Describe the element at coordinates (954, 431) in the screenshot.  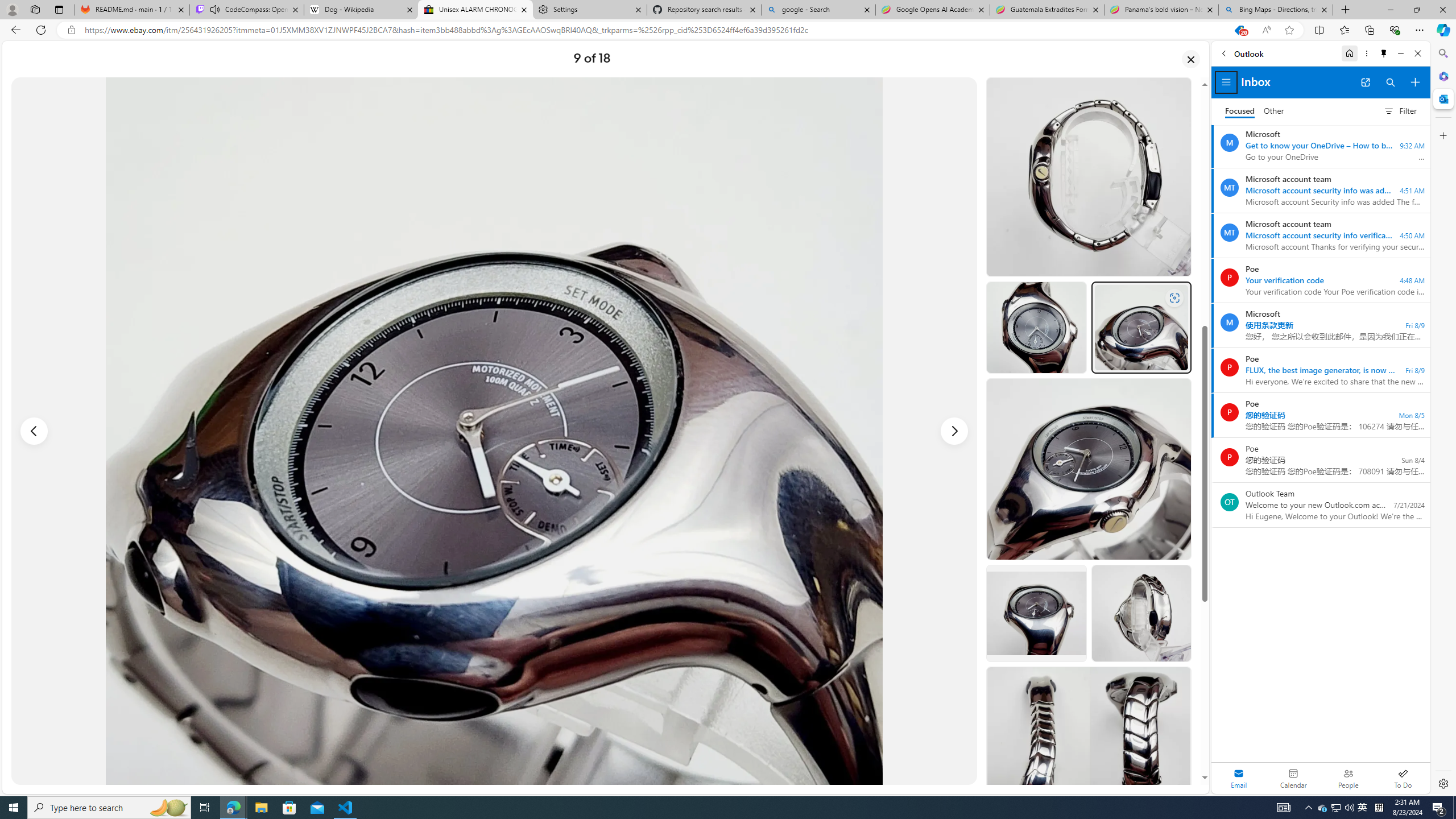
I see `'Next image - Item images thumbnails'` at that location.